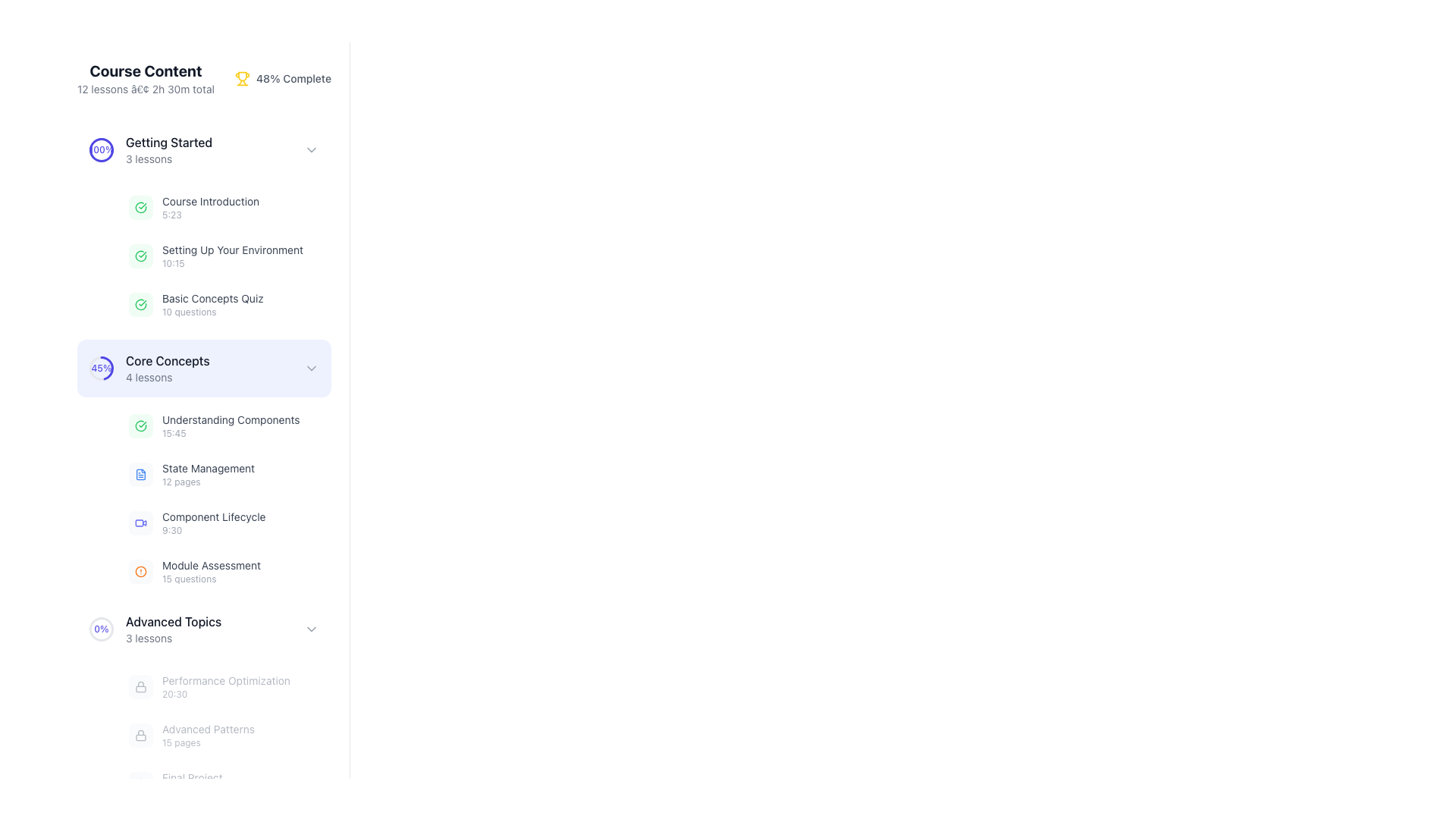 The height and width of the screenshot is (819, 1456). I want to click on the List Item displaying Module Details, which features an orange circular icon and the text 'Module Assessment', so click(193, 571).